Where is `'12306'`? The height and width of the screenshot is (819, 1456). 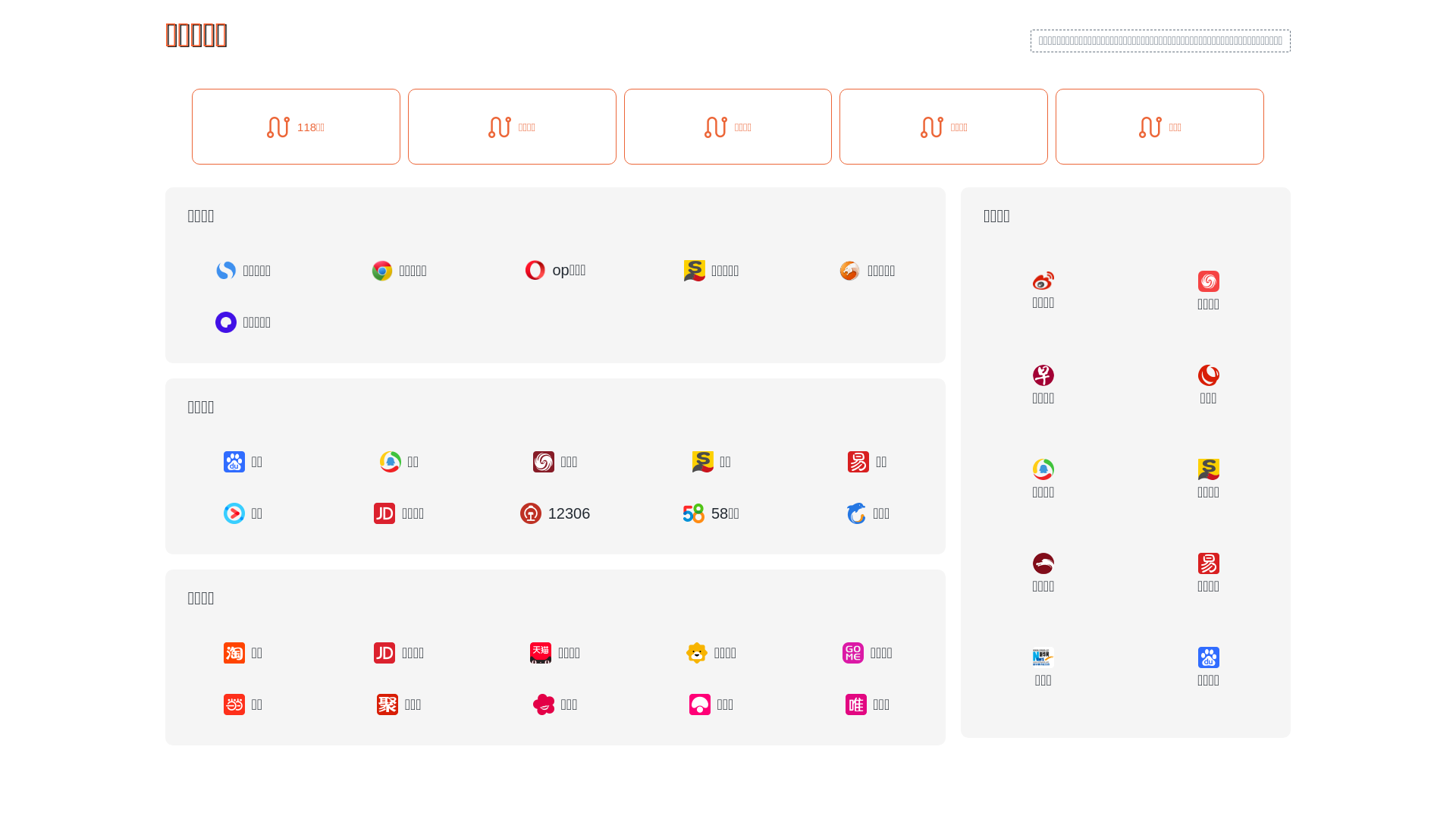 '12306' is located at coordinates (554, 513).